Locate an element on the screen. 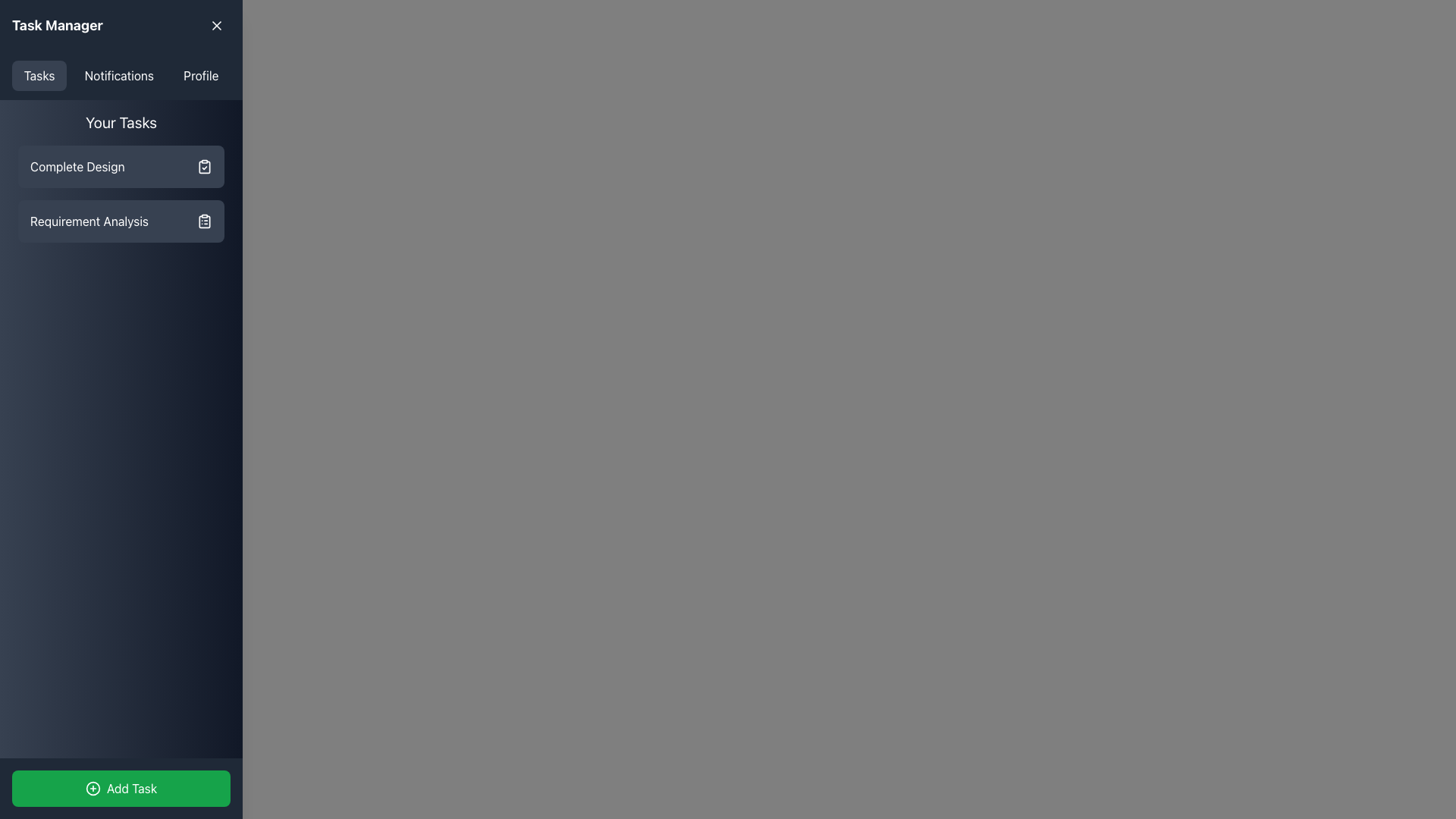 The width and height of the screenshot is (1456, 819). the circular icon with a plus sign, which has a green background and white border, located next to the 'Add Task' button at the bottom of the interface is located at coordinates (92, 788).